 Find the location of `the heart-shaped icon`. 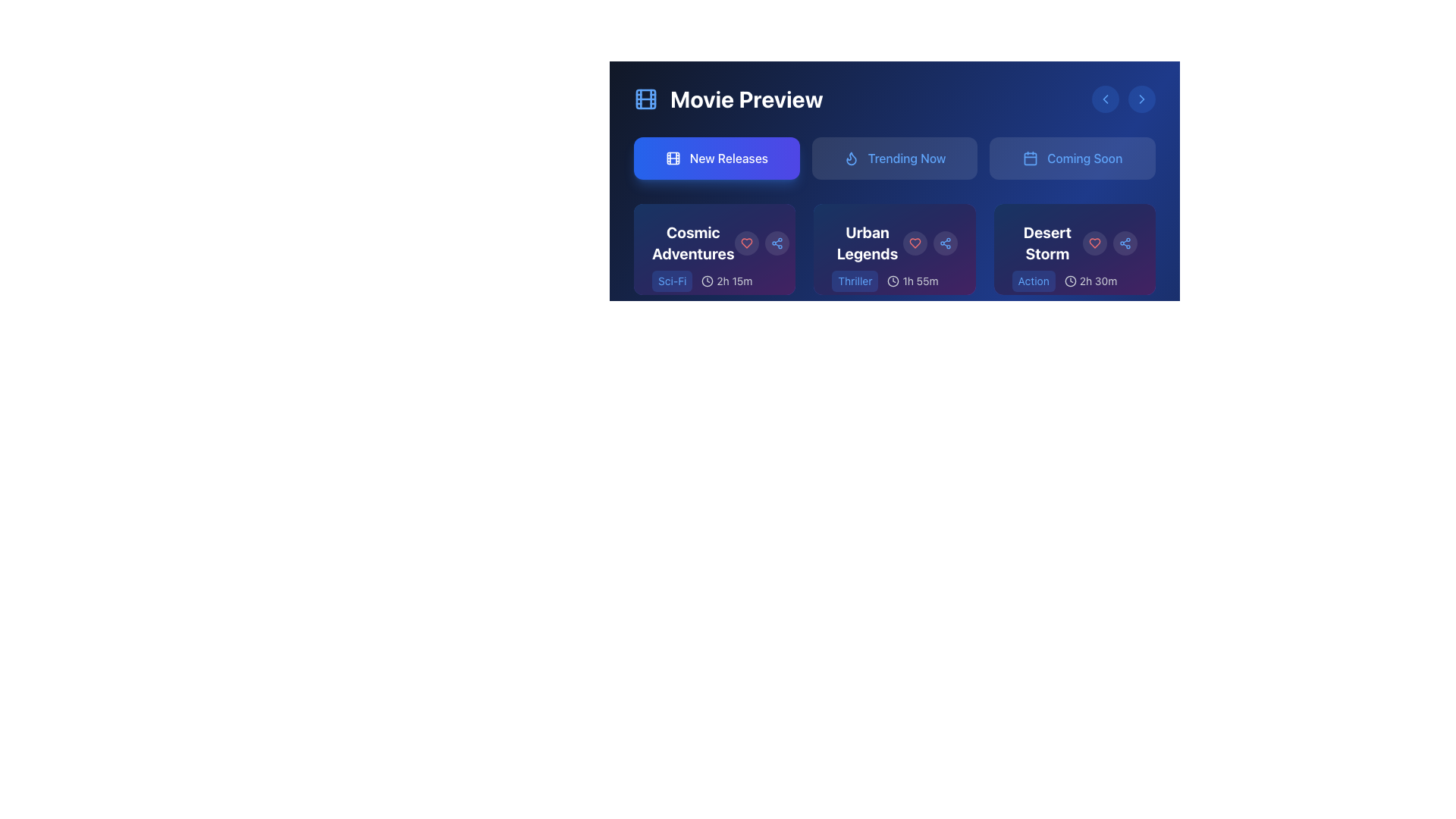

the heart-shaped icon is located at coordinates (746, 242).